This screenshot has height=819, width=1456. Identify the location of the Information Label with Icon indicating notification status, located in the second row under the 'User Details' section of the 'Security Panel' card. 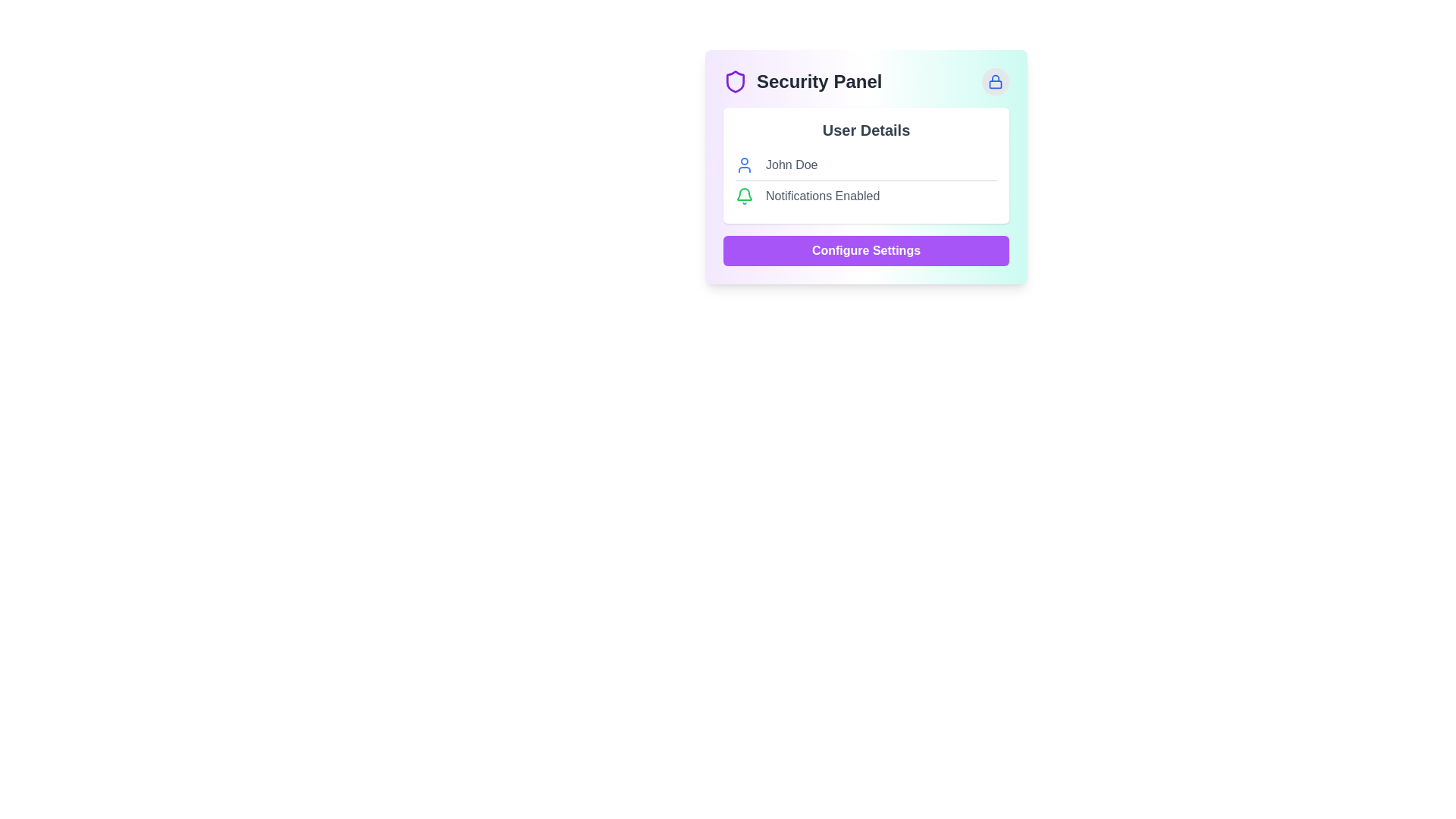
(866, 195).